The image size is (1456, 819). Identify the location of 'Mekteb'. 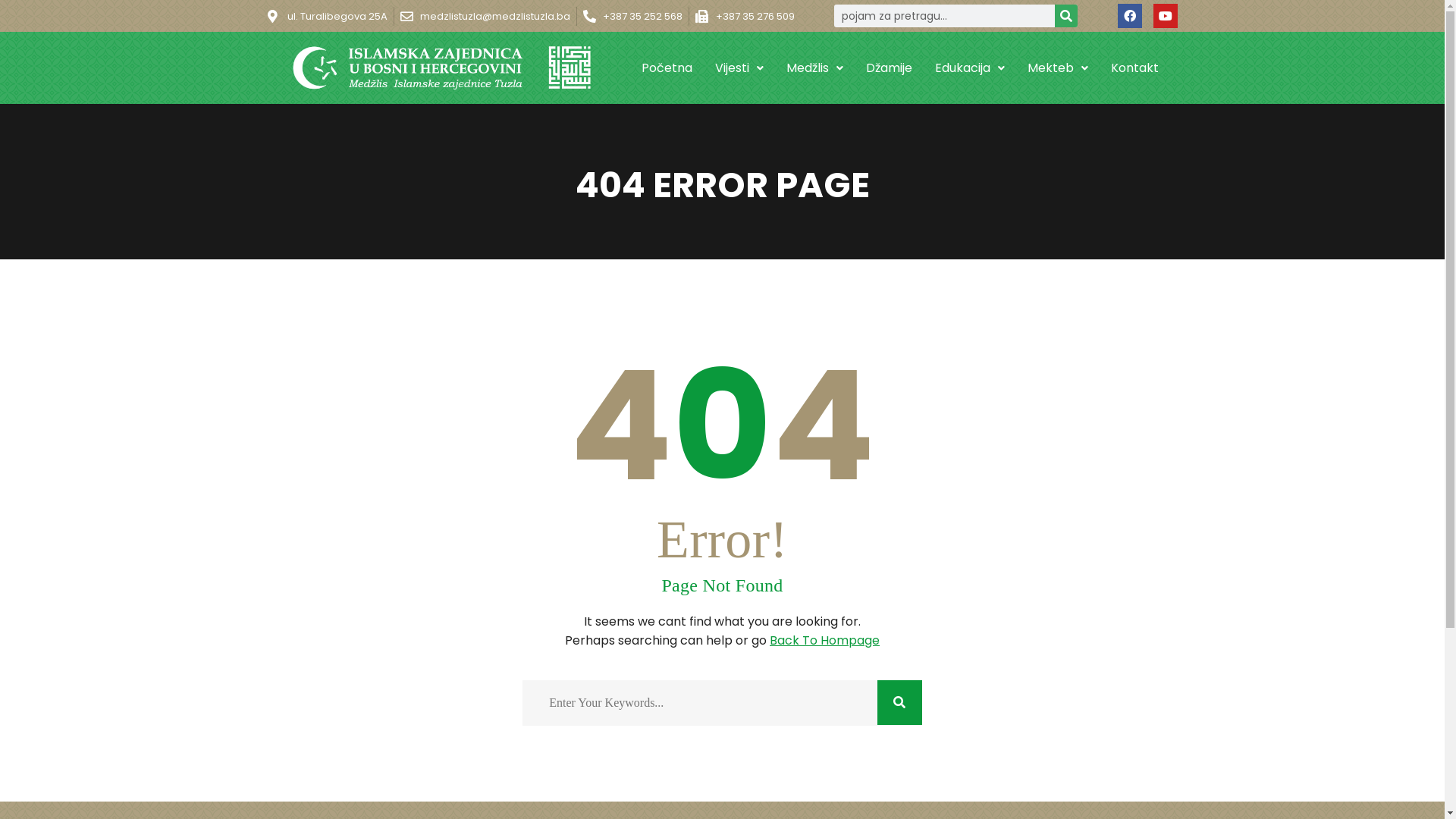
(1057, 66).